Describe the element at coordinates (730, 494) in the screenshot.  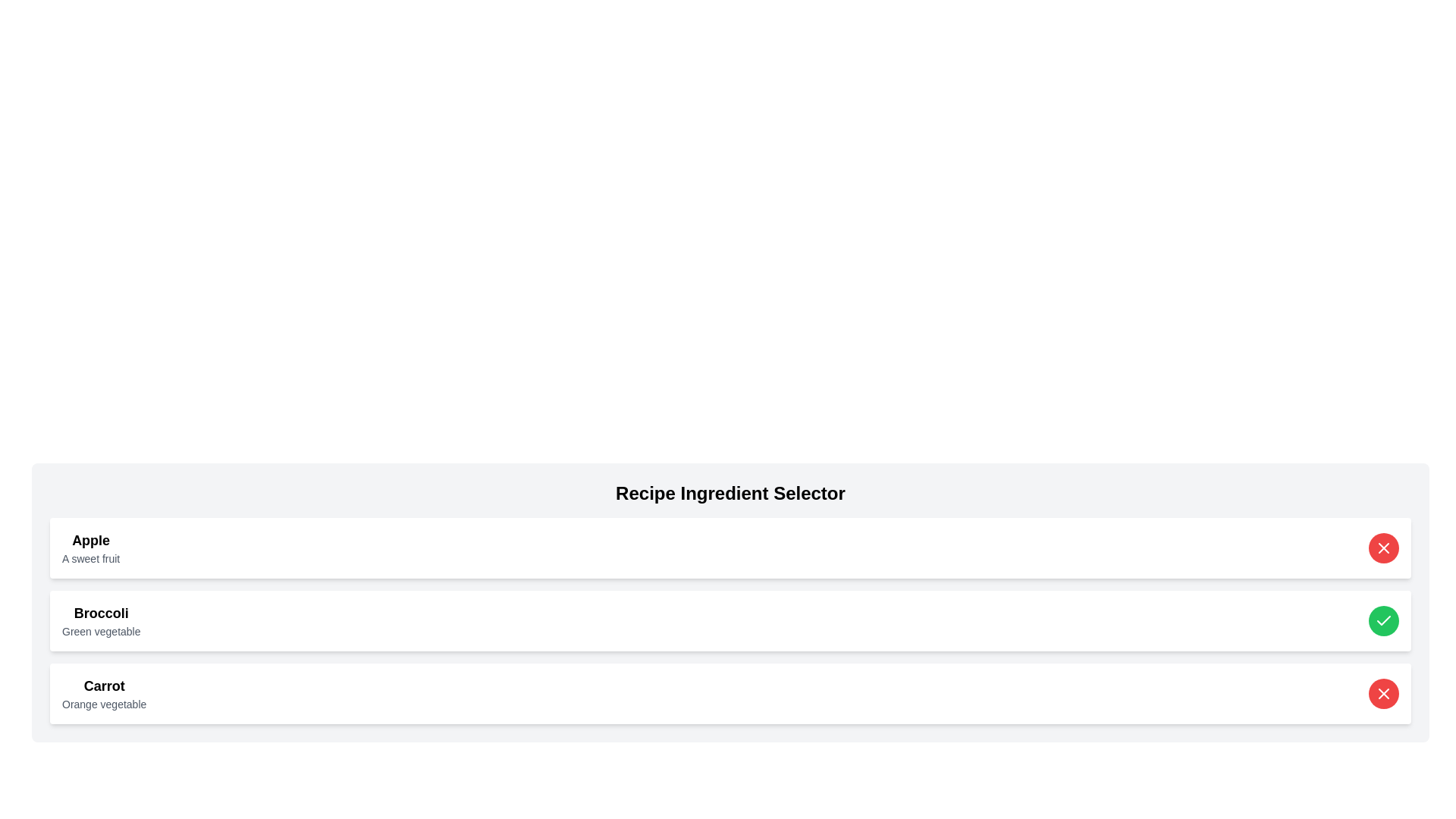
I see `the header text element 'Recipe Ingredient Selector', which is a bold, large-sized title centrally aligned at the top of the panel` at that location.